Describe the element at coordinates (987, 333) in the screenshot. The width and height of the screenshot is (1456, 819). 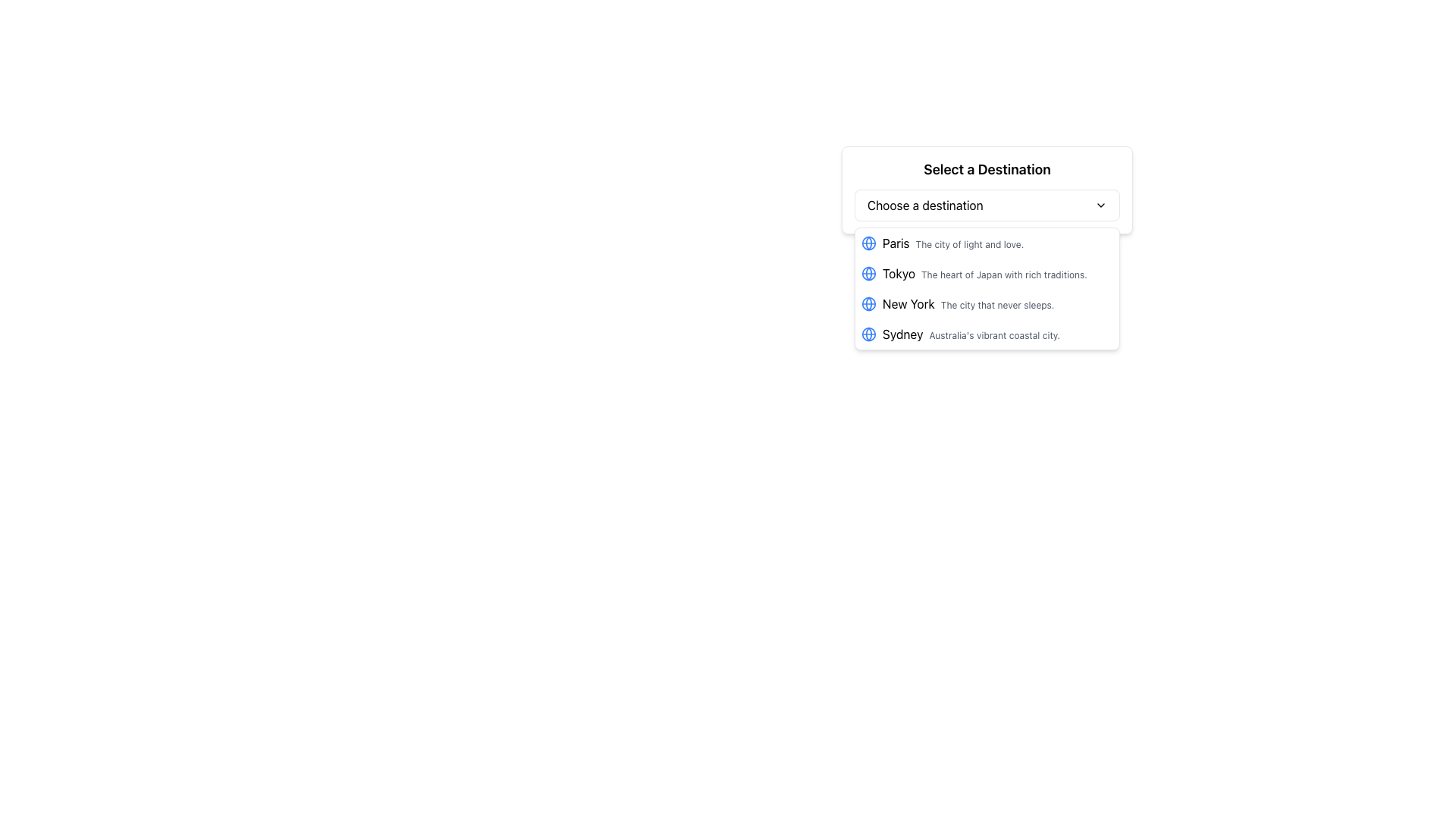
I see `to select the fourth option in the dropdown menu related to Sydney, located directly below 'New York'` at that location.